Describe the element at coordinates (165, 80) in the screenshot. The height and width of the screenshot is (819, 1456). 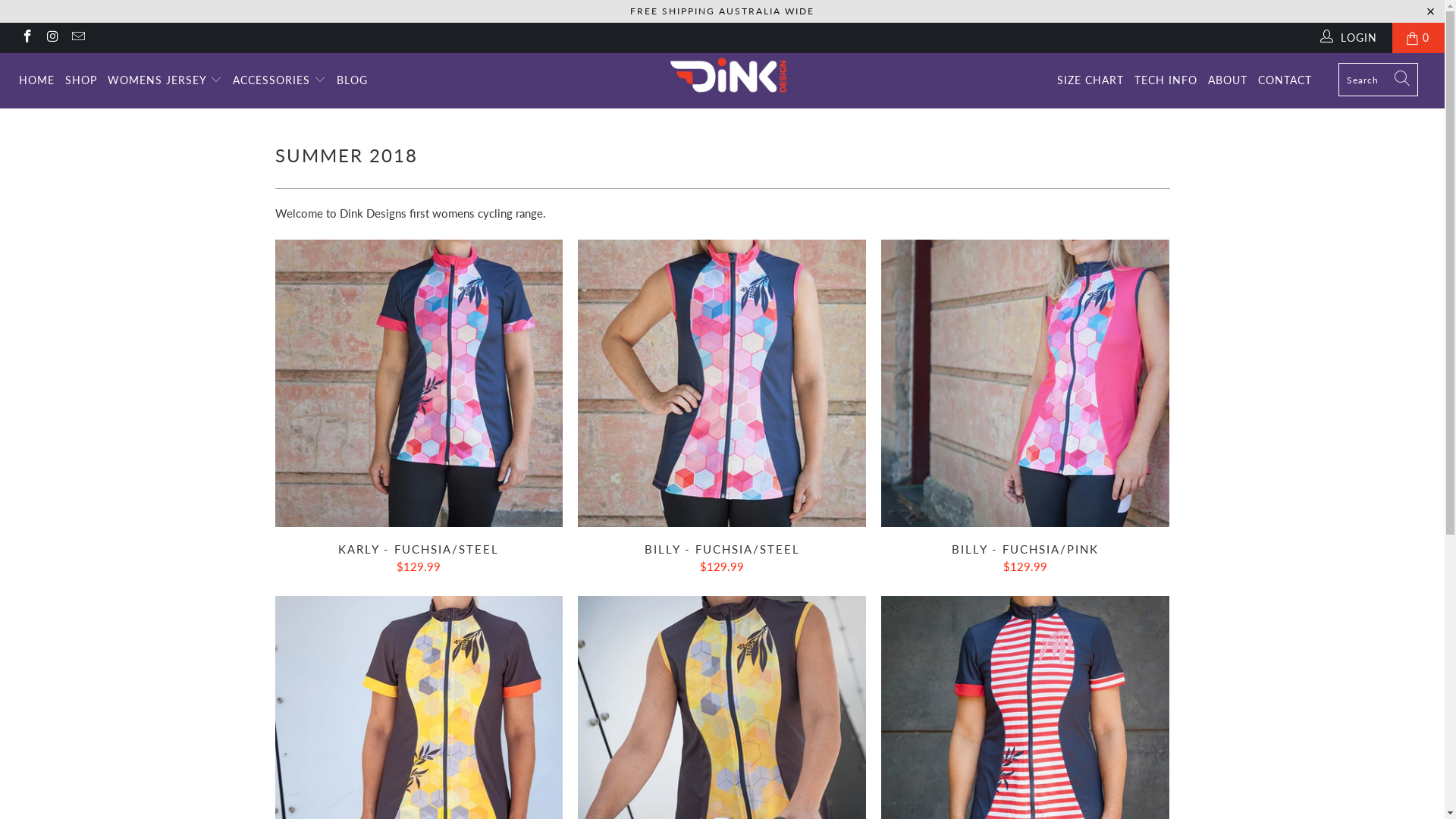
I see `'WOMENS JERSEY'` at that location.